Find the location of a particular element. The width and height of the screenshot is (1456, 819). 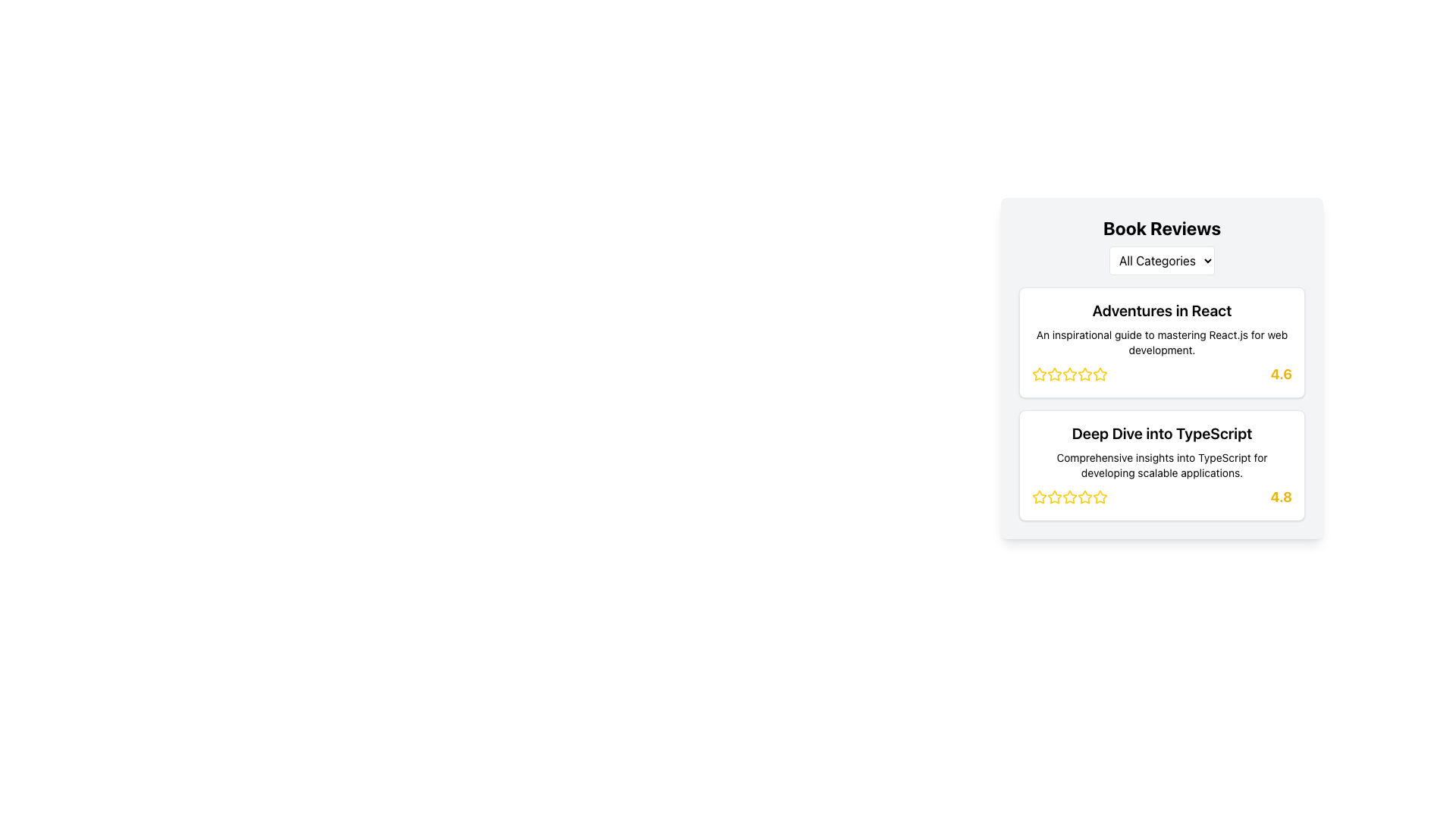

the card titled 'Deep Dive into TypeScript', which is the second card in the 'Book Reviews' section is located at coordinates (1161, 464).